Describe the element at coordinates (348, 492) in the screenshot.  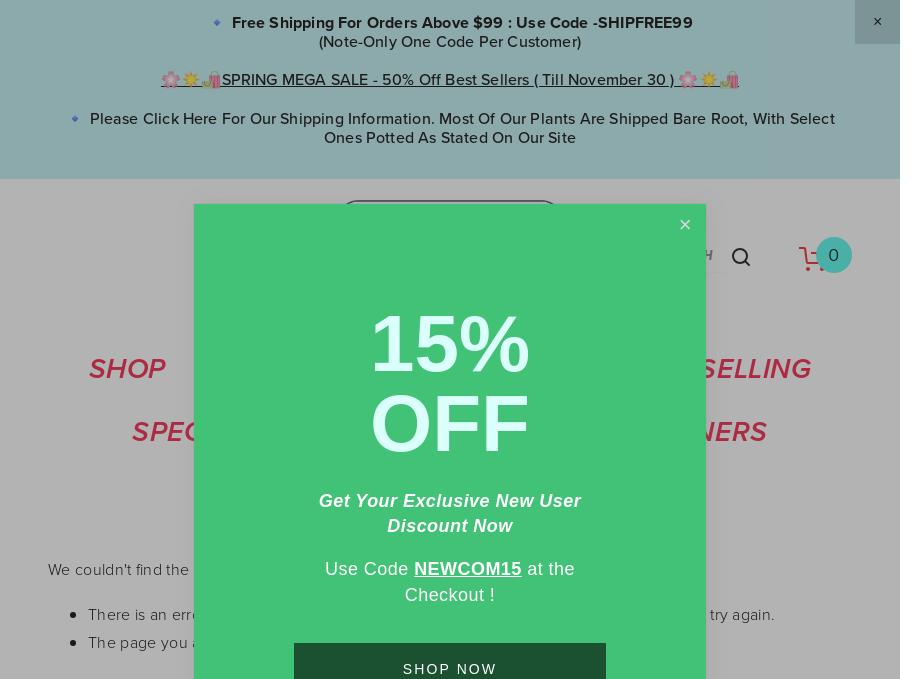
I see `'Accessories'` at that location.